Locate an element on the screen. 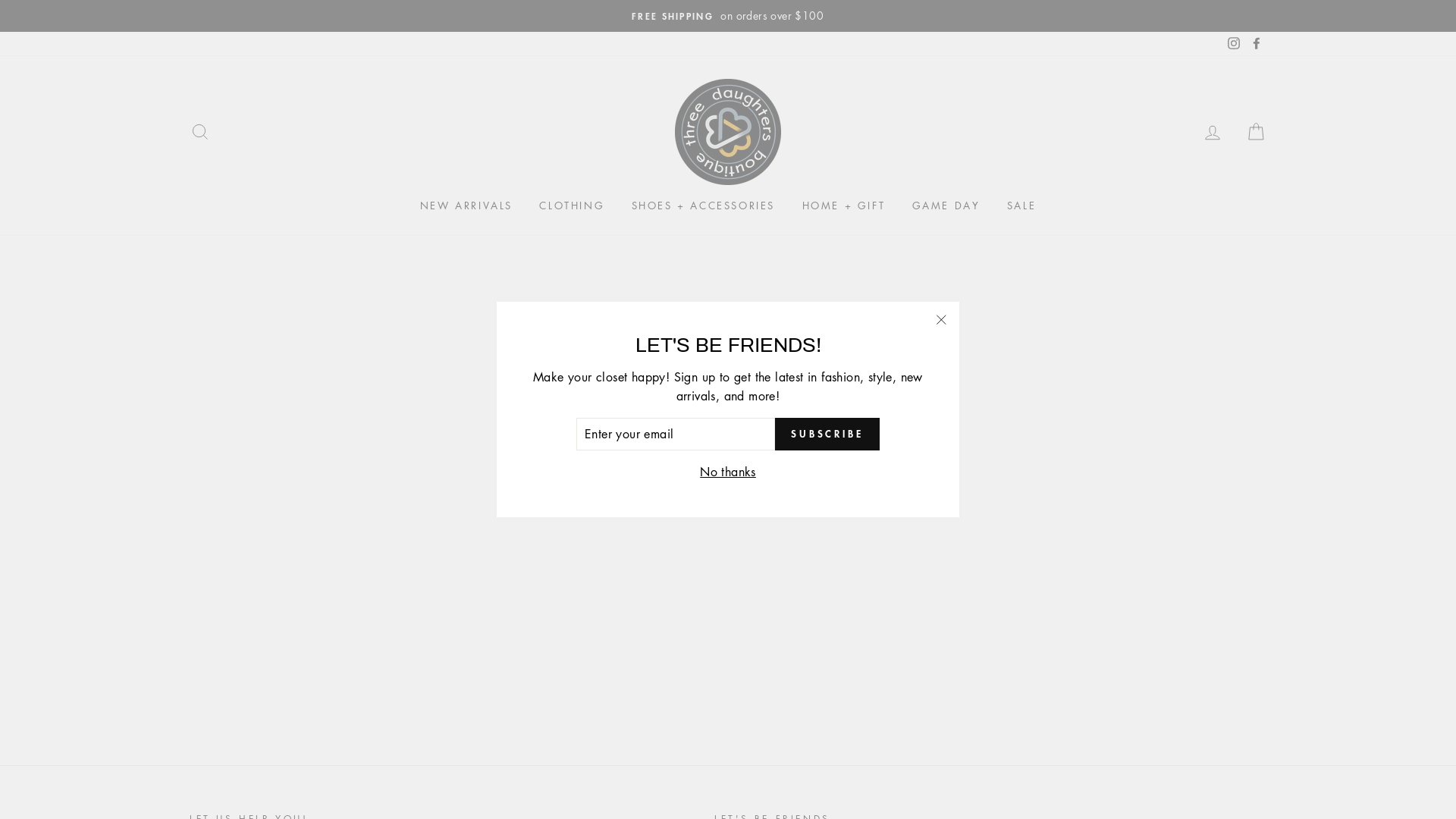 This screenshot has width=1456, height=819. 'Instagram' is located at coordinates (1234, 42).